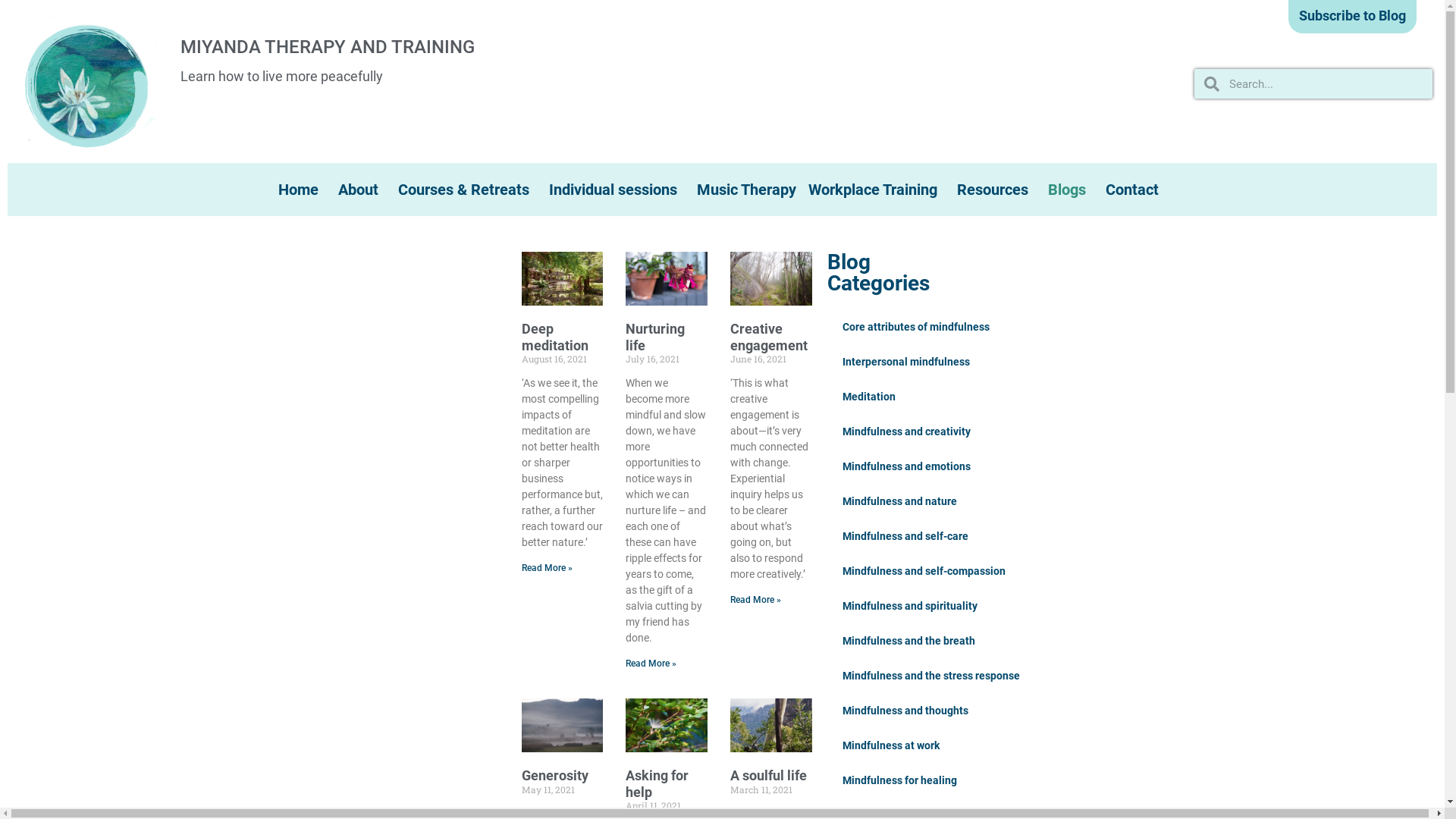  I want to click on 'Contact', so click(1135, 189).